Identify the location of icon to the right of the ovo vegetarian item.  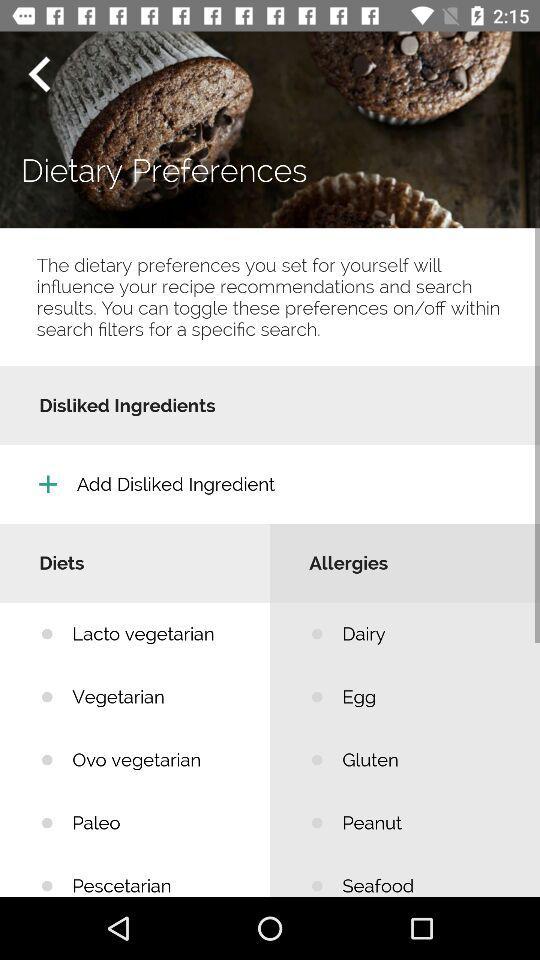
(425, 823).